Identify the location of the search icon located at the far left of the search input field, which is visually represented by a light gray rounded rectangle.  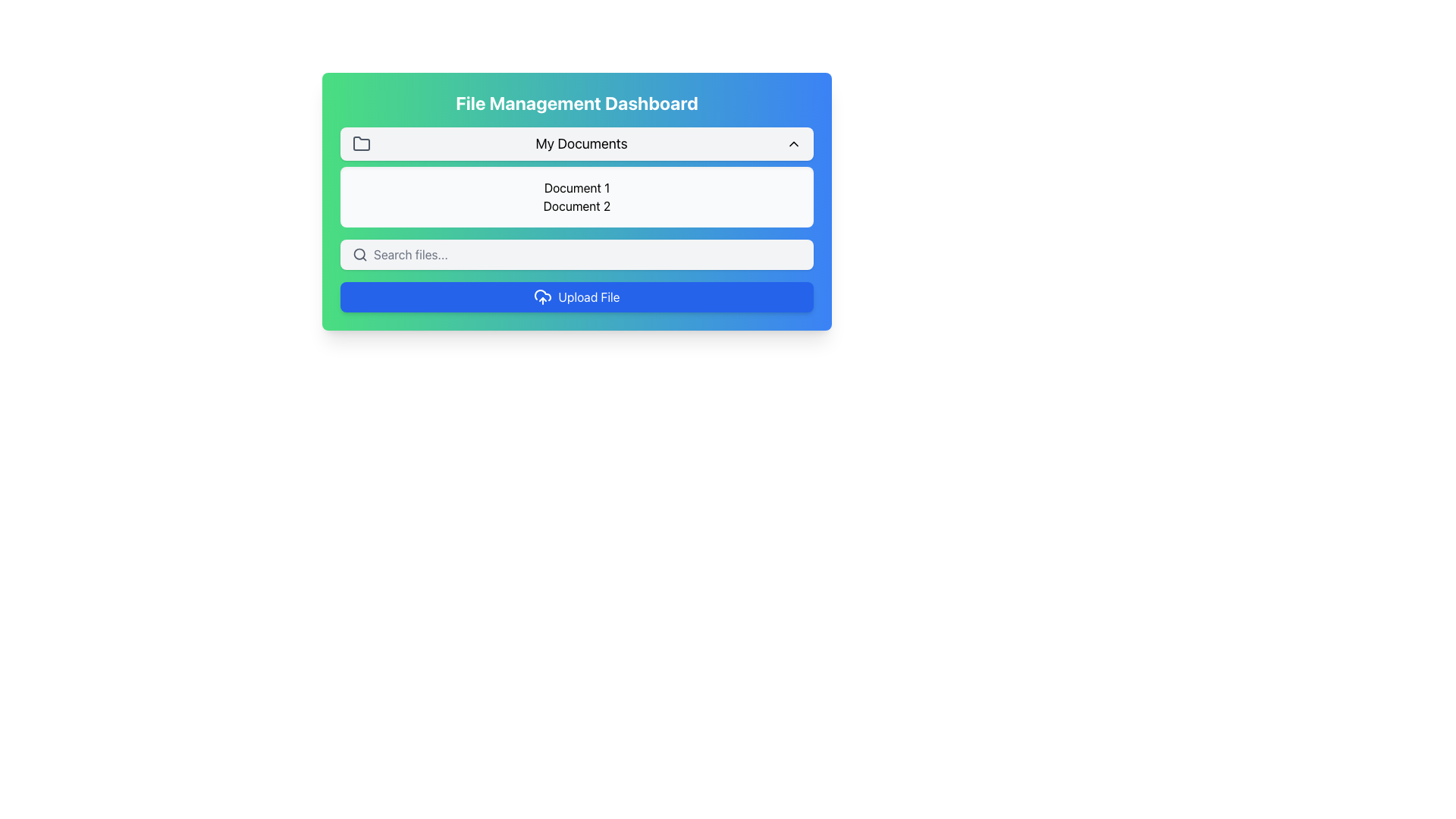
(359, 253).